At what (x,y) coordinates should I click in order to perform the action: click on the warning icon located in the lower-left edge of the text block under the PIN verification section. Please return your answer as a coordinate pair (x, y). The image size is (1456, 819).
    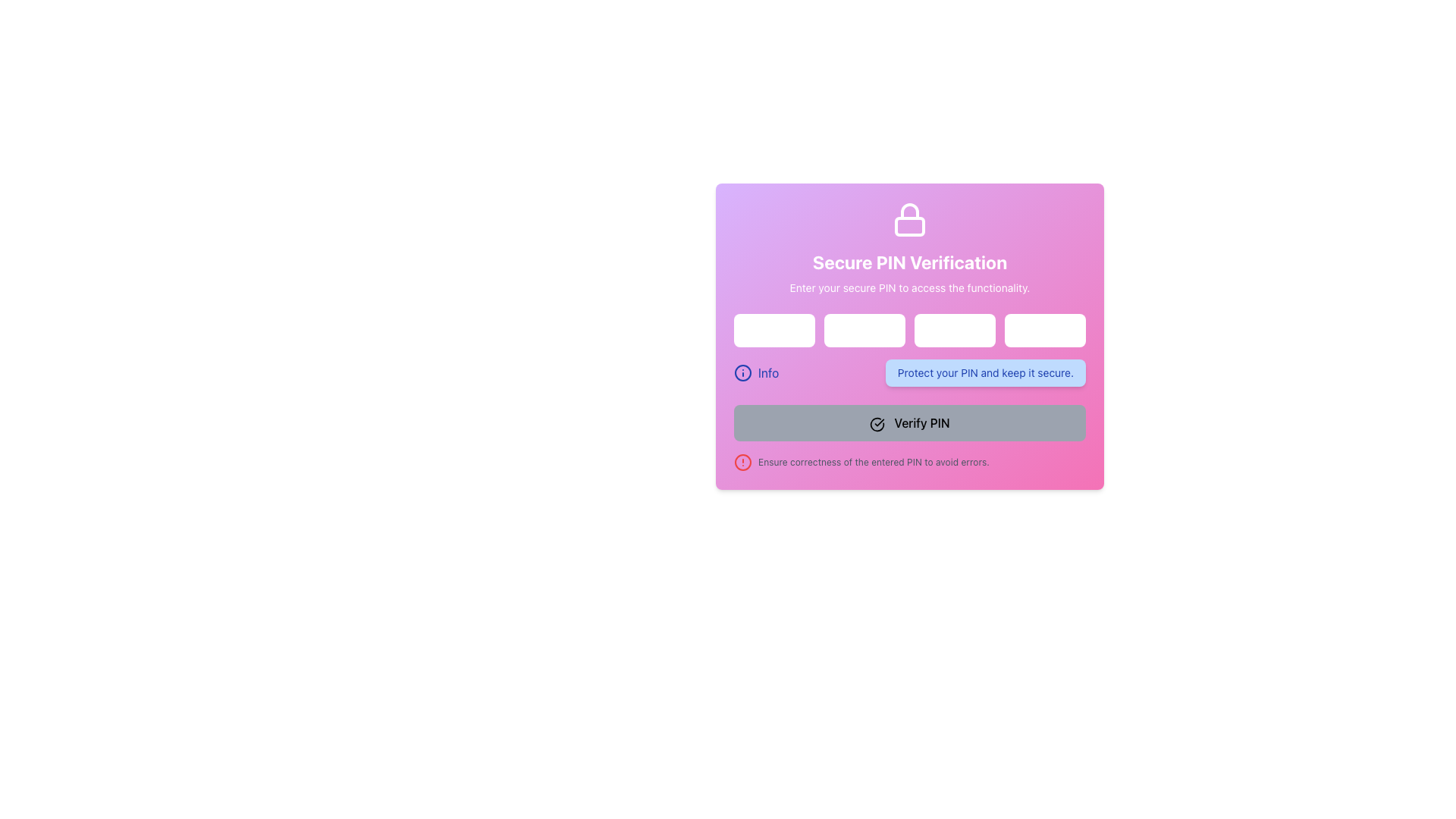
    Looking at the image, I should click on (742, 461).